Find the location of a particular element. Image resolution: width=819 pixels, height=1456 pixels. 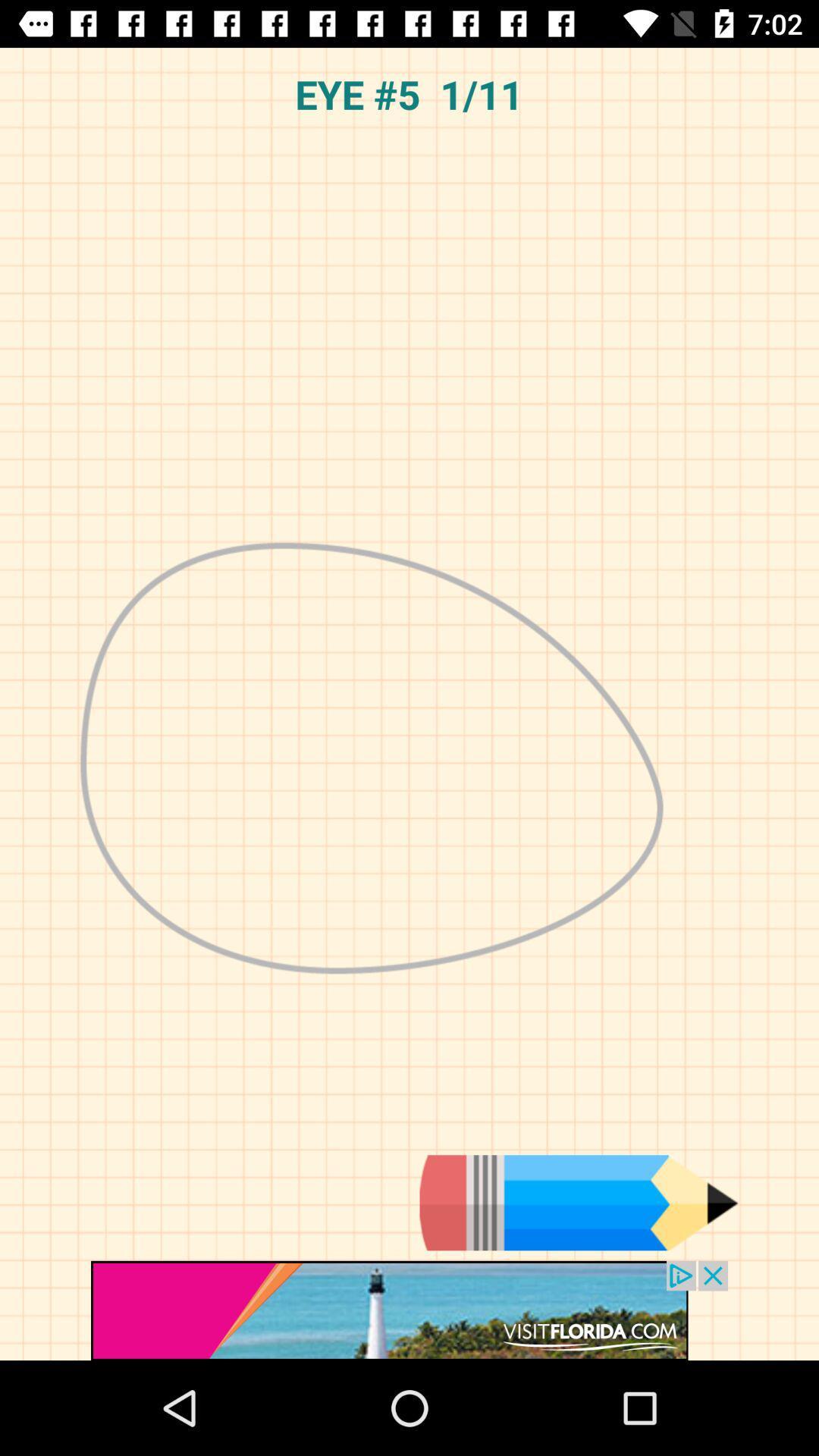

edit is located at coordinates (579, 1202).